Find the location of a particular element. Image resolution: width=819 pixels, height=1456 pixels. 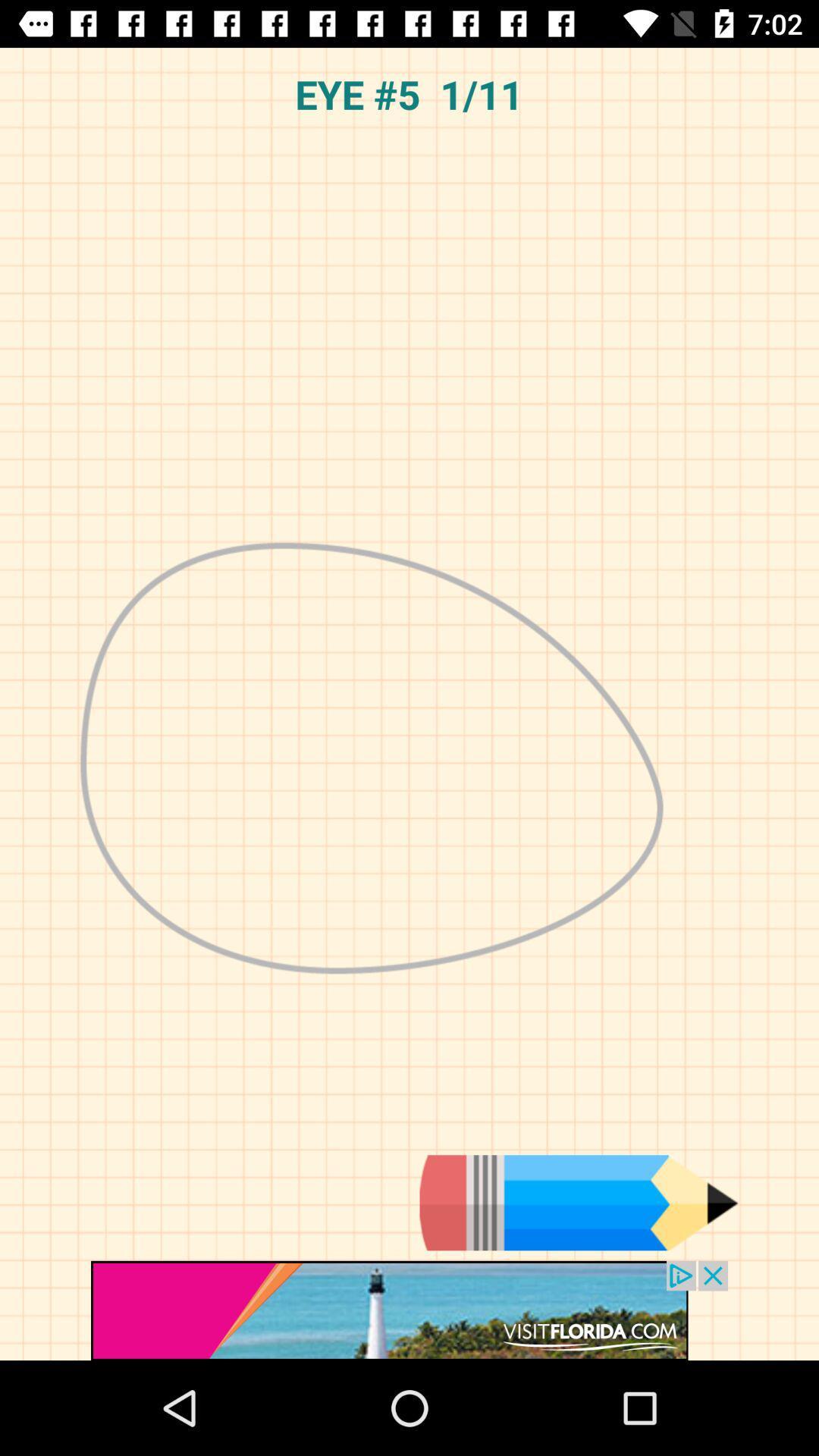

edit is located at coordinates (579, 1202).